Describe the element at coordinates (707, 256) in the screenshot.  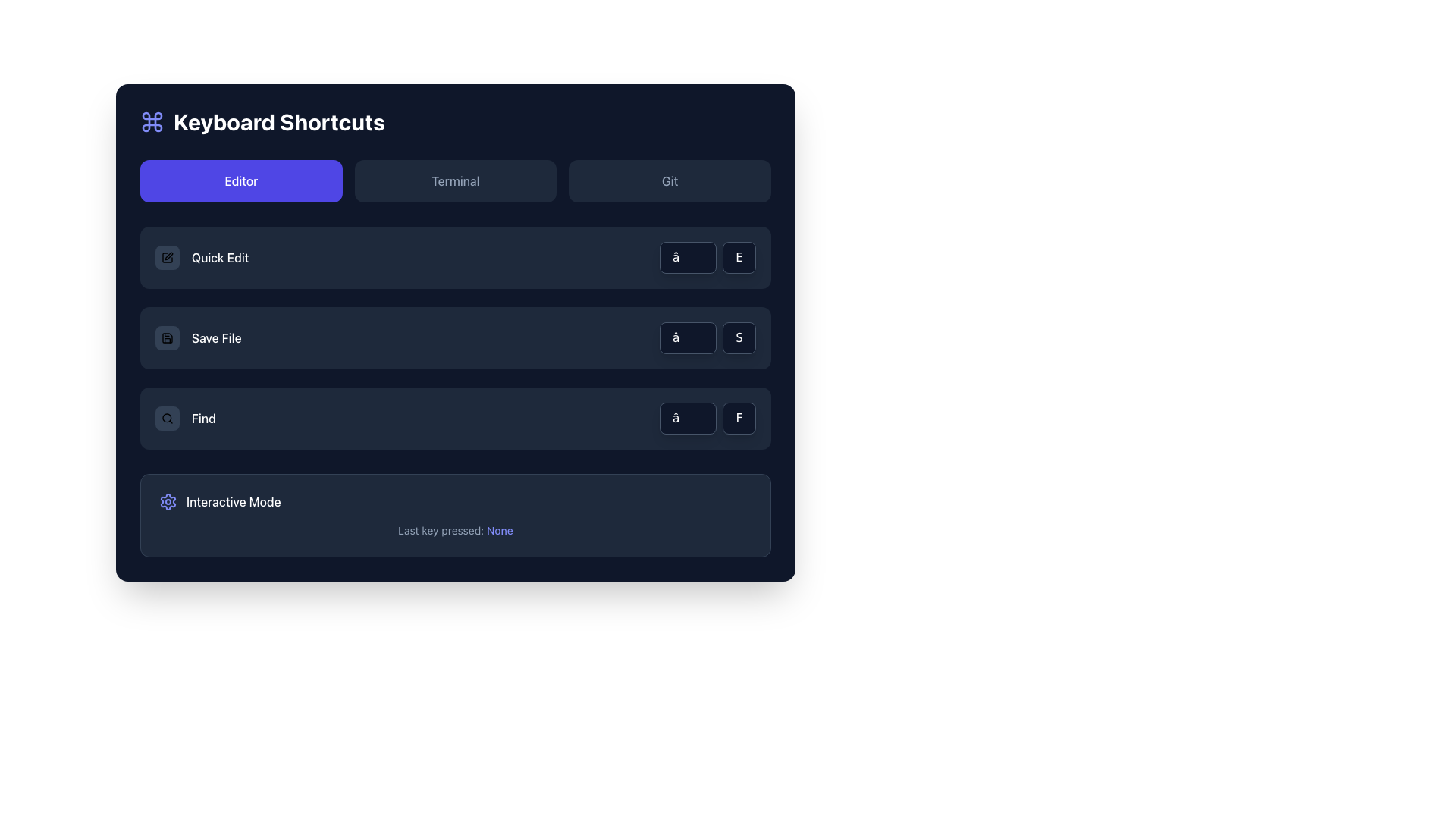
I see `the keyboard shortcut indicated` at that location.